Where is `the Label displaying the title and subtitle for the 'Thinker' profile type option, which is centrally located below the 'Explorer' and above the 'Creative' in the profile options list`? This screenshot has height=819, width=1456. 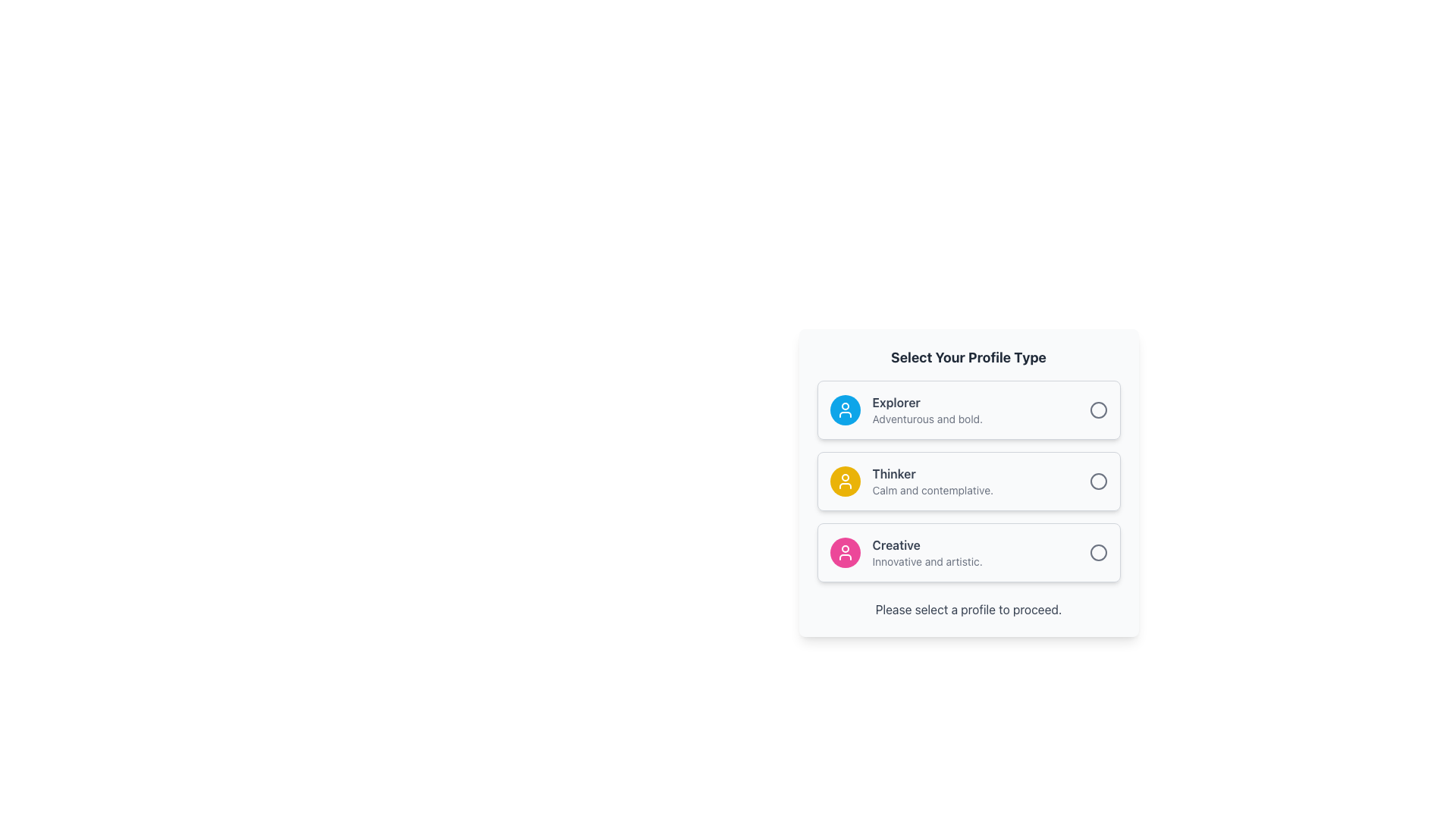 the Label displaying the title and subtitle for the 'Thinker' profile type option, which is centrally located below the 'Explorer' and above the 'Creative' in the profile options list is located at coordinates (981, 482).